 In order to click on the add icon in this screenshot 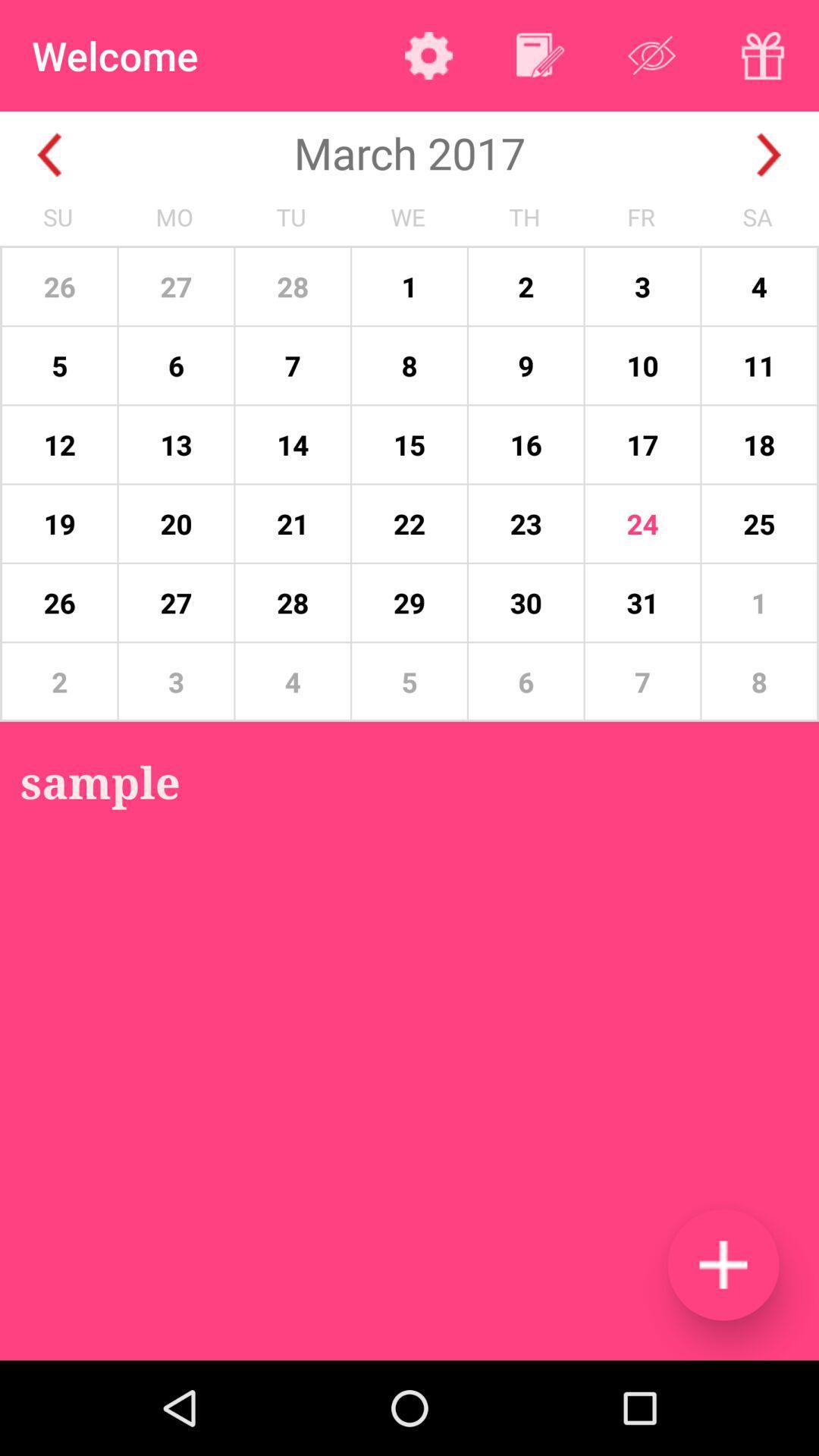, I will do `click(722, 1264)`.